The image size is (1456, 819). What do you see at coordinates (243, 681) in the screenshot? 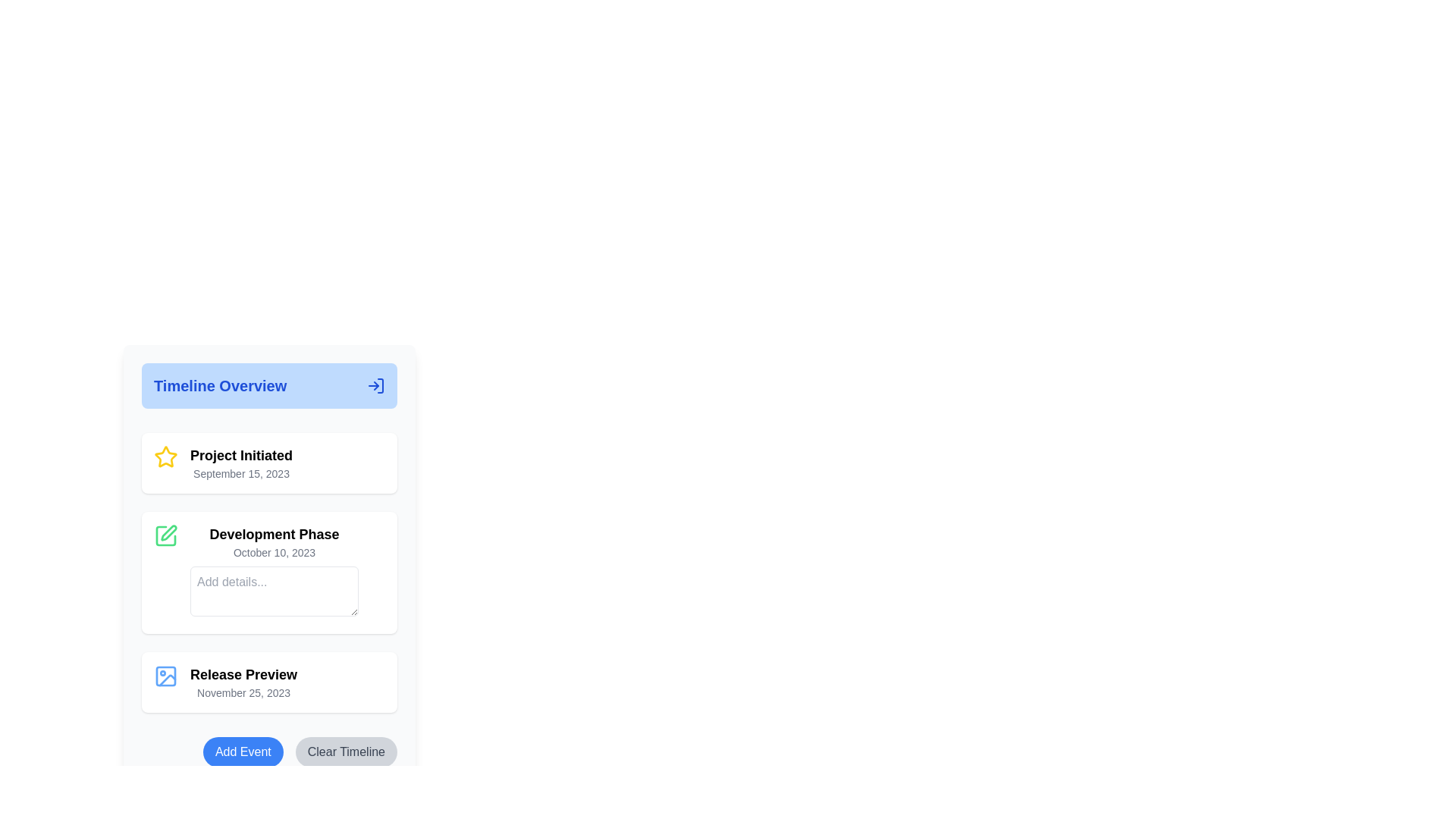
I see `the Text Display Group that shows the 'Release Preview' timeline event at the bottom of the 'Timeline Overview' panel by moving the cursor to it` at bounding box center [243, 681].